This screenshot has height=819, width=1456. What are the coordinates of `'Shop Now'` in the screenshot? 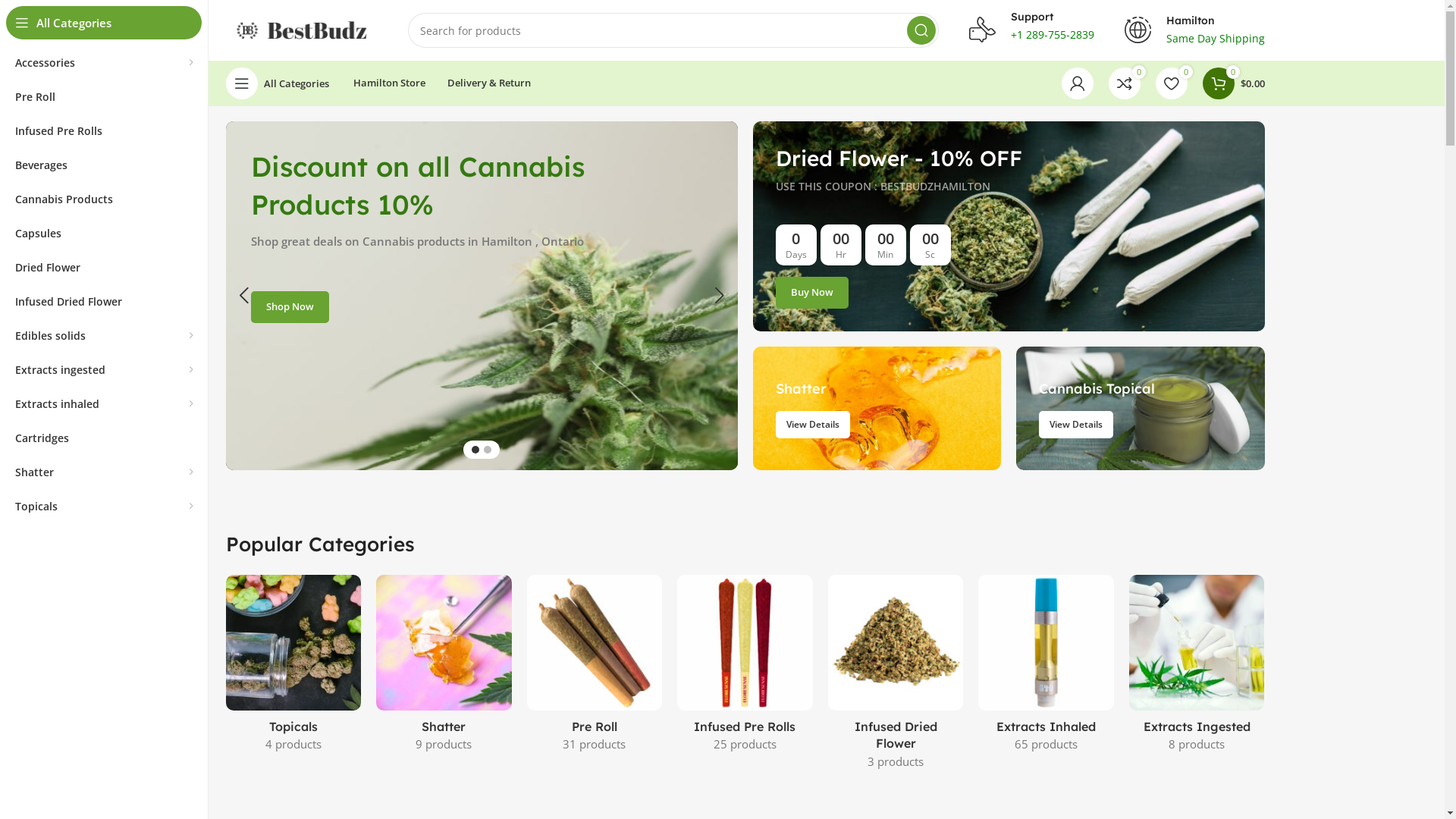 It's located at (290, 307).